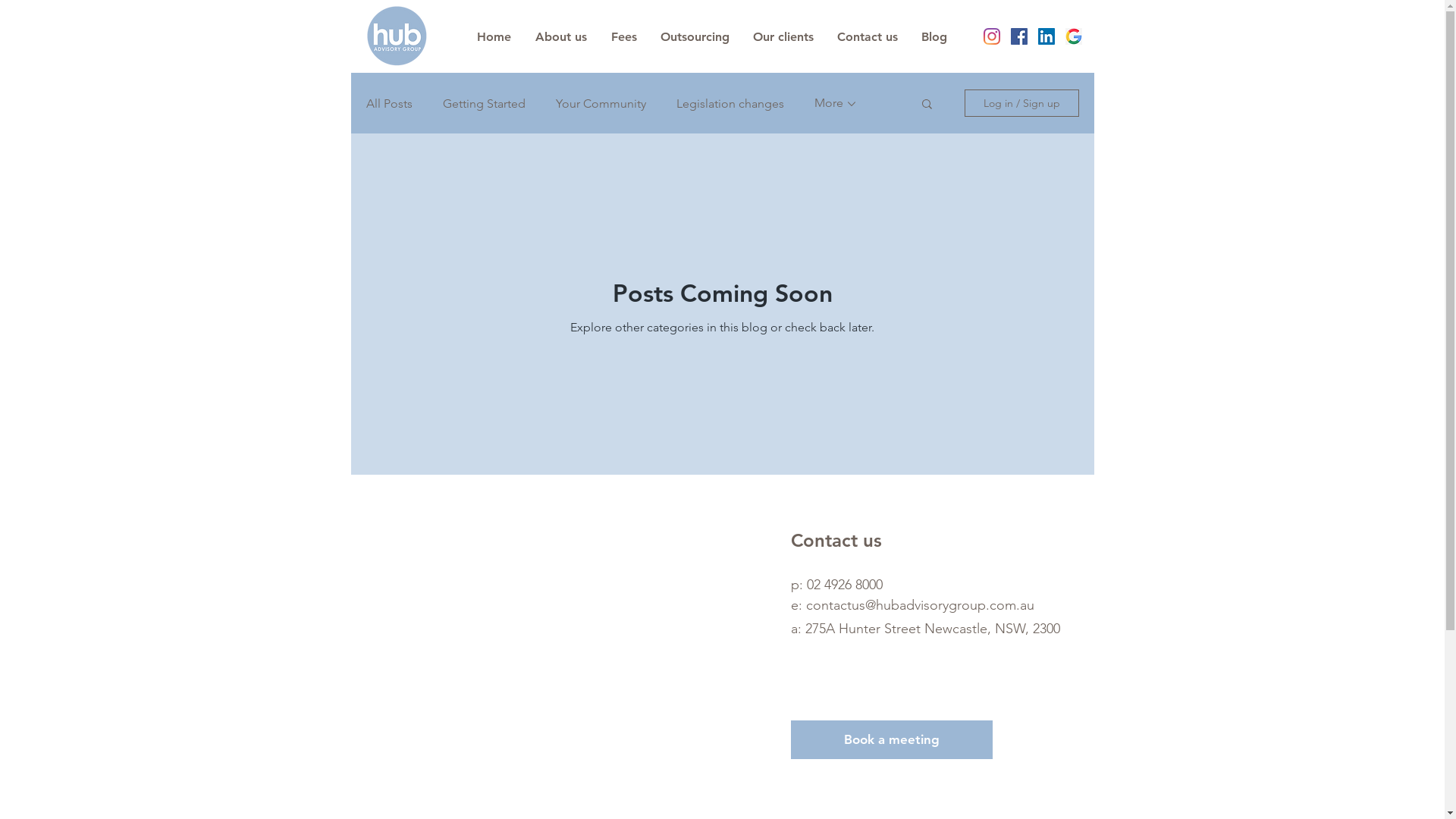  What do you see at coordinates (934, 36) in the screenshot?
I see `'Blog'` at bounding box center [934, 36].